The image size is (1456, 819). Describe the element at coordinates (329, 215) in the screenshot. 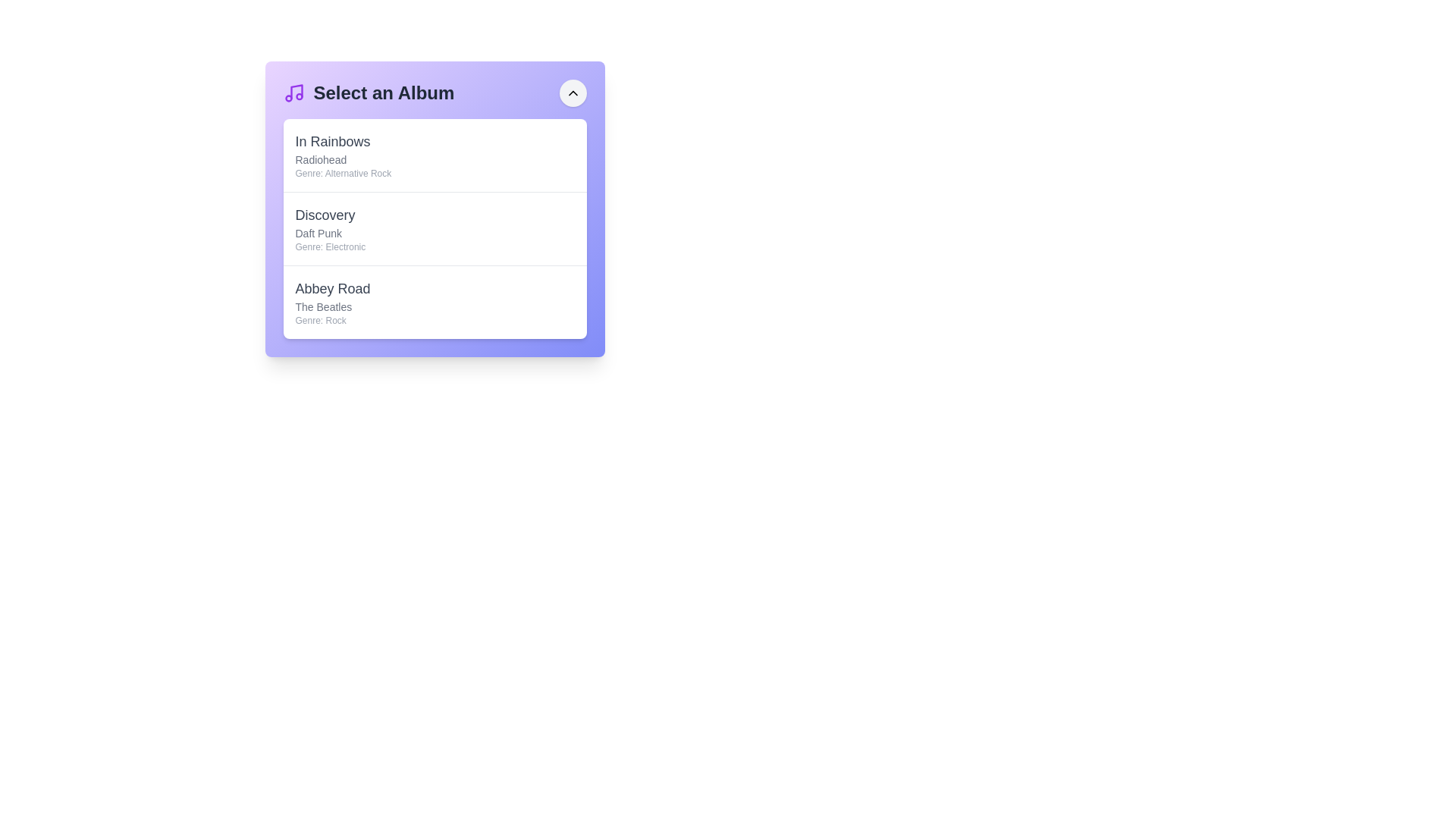

I see `the text label displaying 'Discovery', which is the main title of the second album entry in the list` at that location.